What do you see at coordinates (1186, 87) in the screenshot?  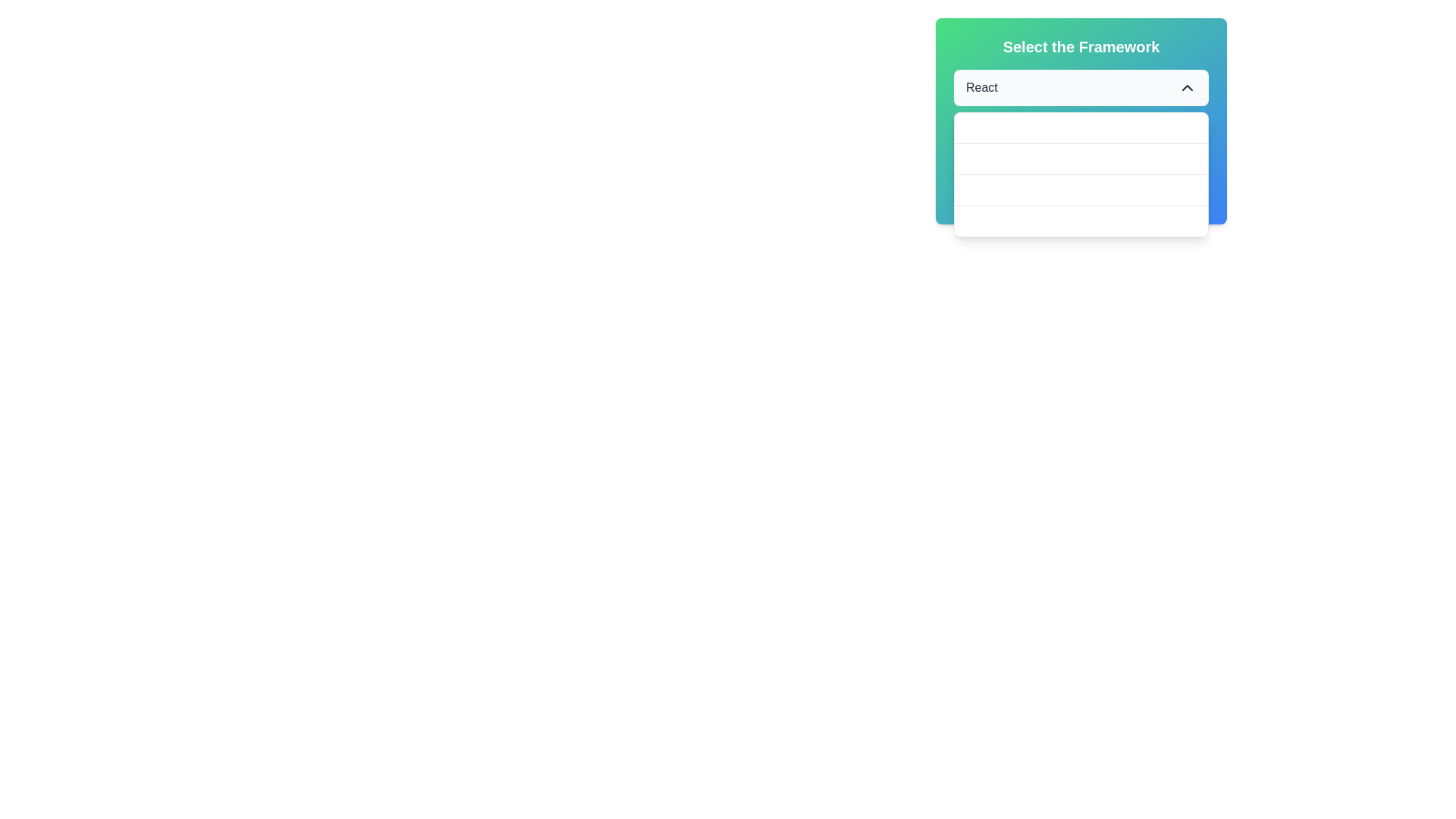 I see `the chevron-shaped upward arrow icon located to the right of the text 'React'` at bounding box center [1186, 87].